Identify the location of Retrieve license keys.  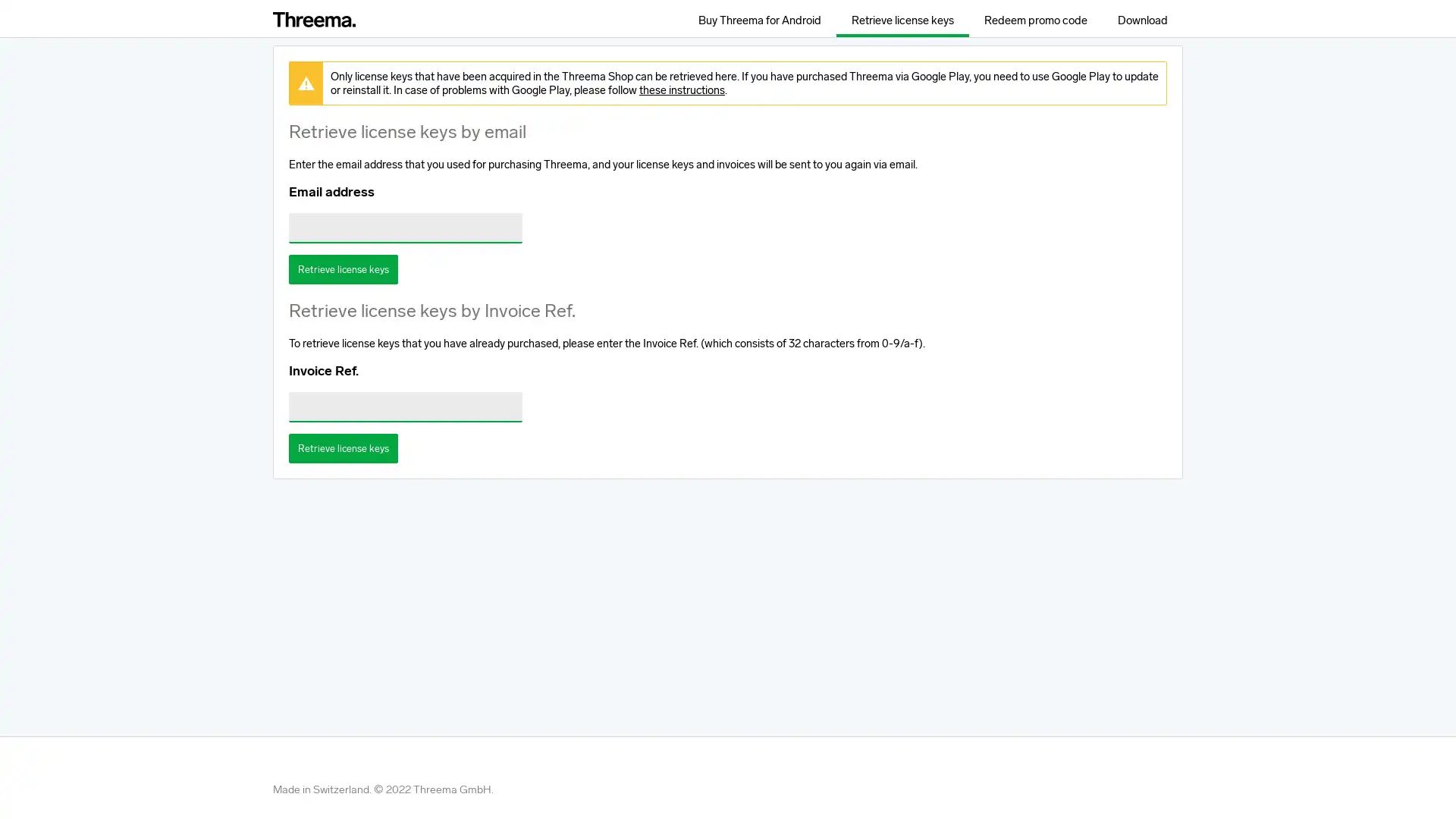
(342, 268).